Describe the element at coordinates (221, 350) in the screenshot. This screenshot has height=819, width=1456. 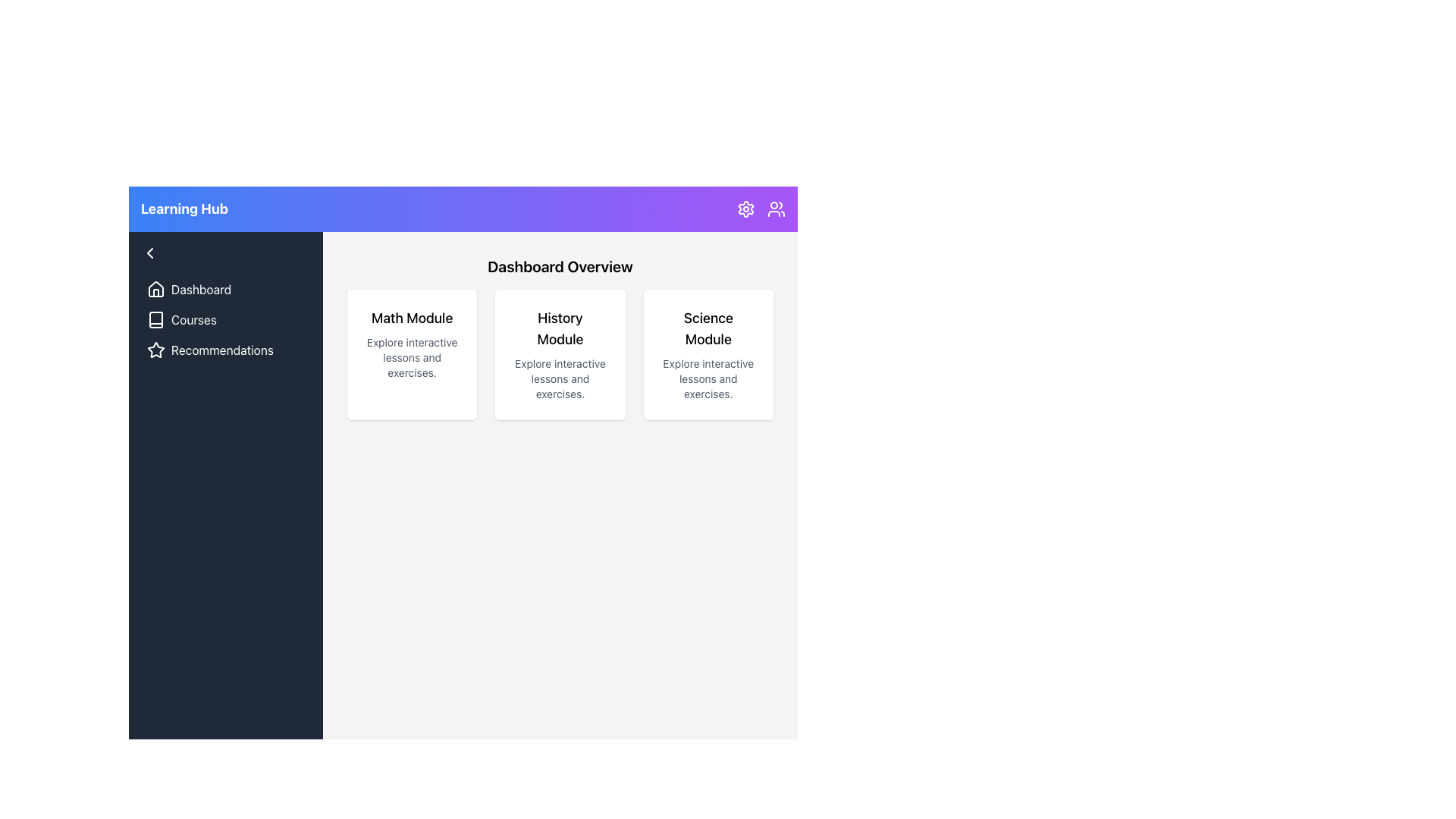
I see `the 'Recommendations' text label, which is the third interactive option in the vertical menu on the left sidebar` at that location.